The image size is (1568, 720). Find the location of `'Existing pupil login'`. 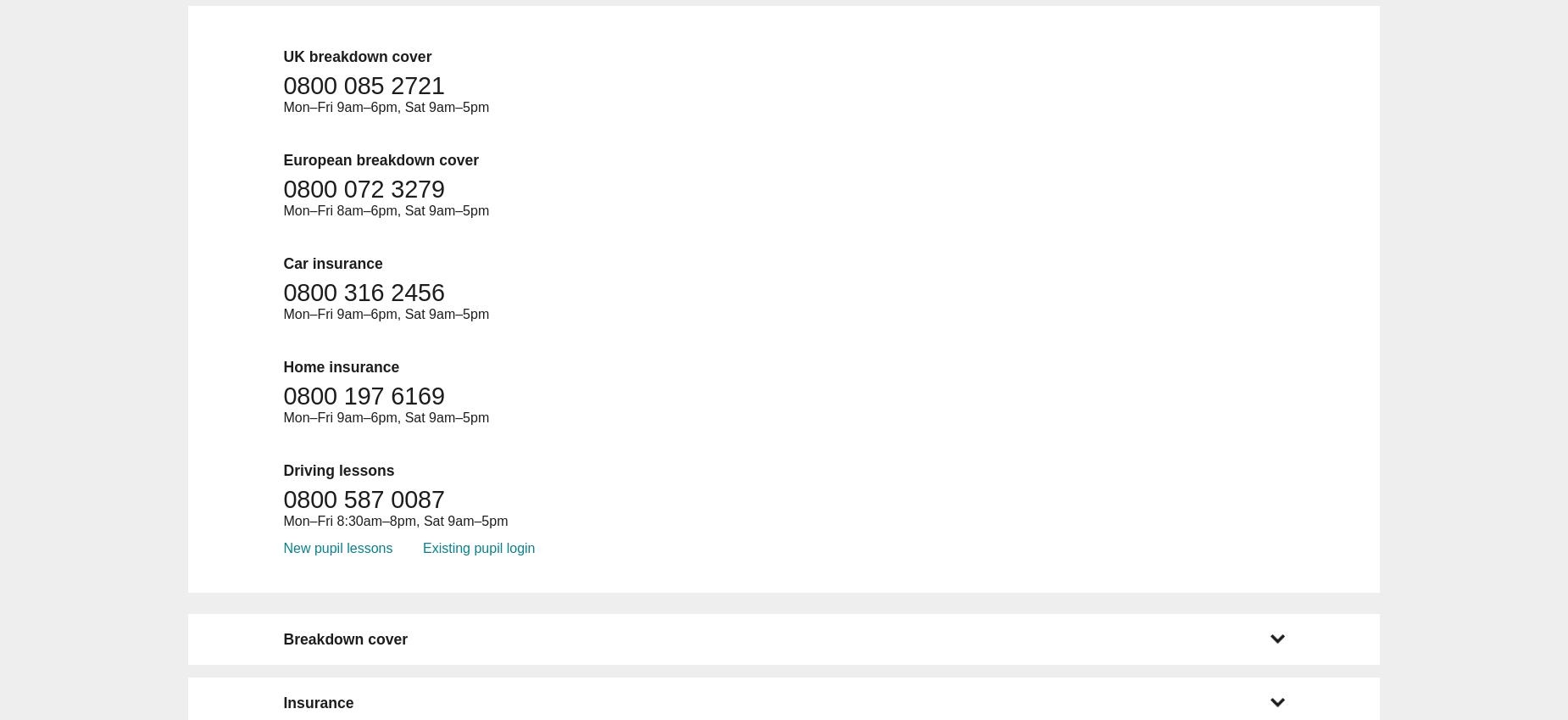

'Existing pupil login' is located at coordinates (478, 547).